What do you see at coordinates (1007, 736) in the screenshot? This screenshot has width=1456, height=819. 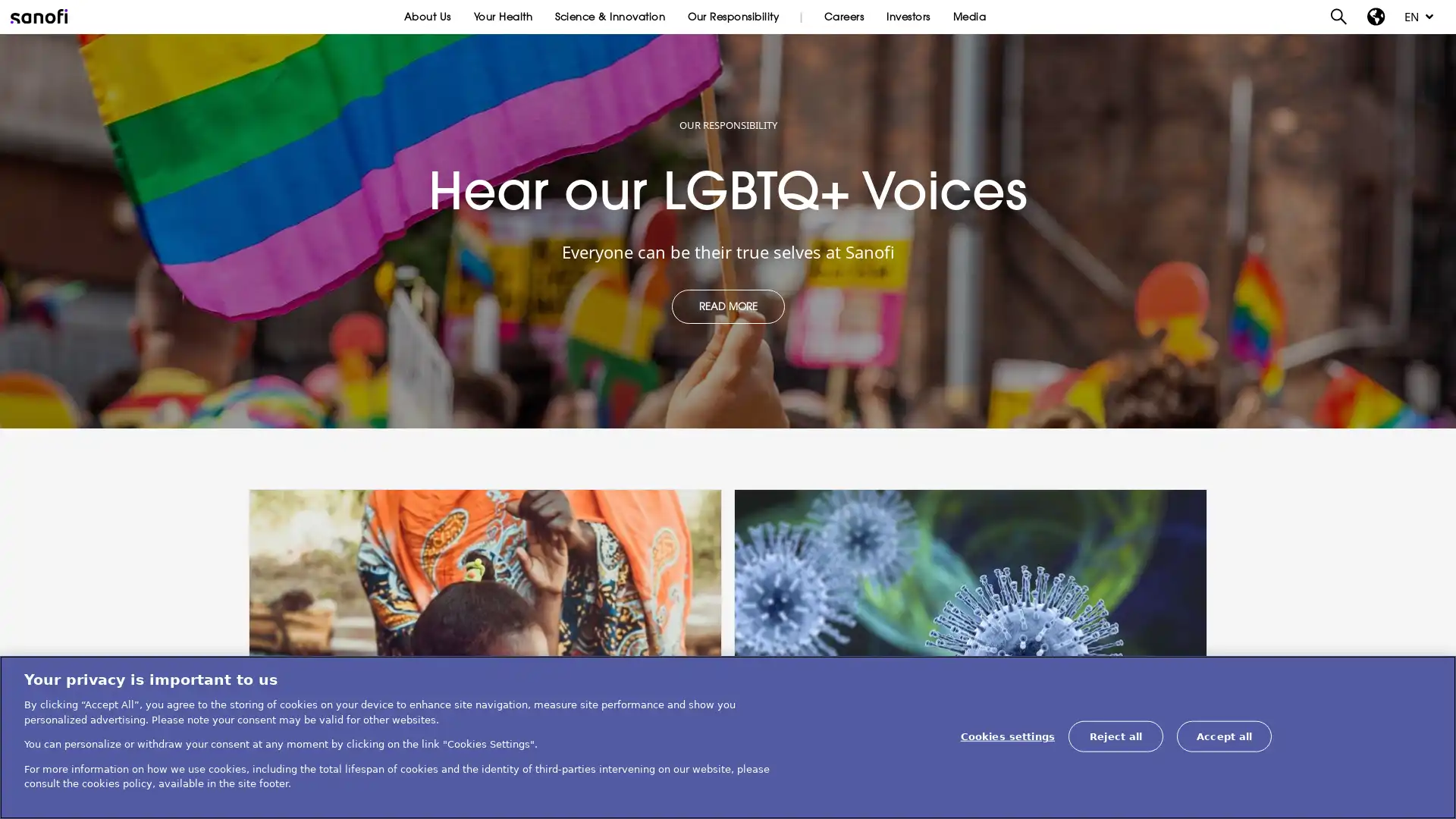 I see `Cookies settings` at bounding box center [1007, 736].